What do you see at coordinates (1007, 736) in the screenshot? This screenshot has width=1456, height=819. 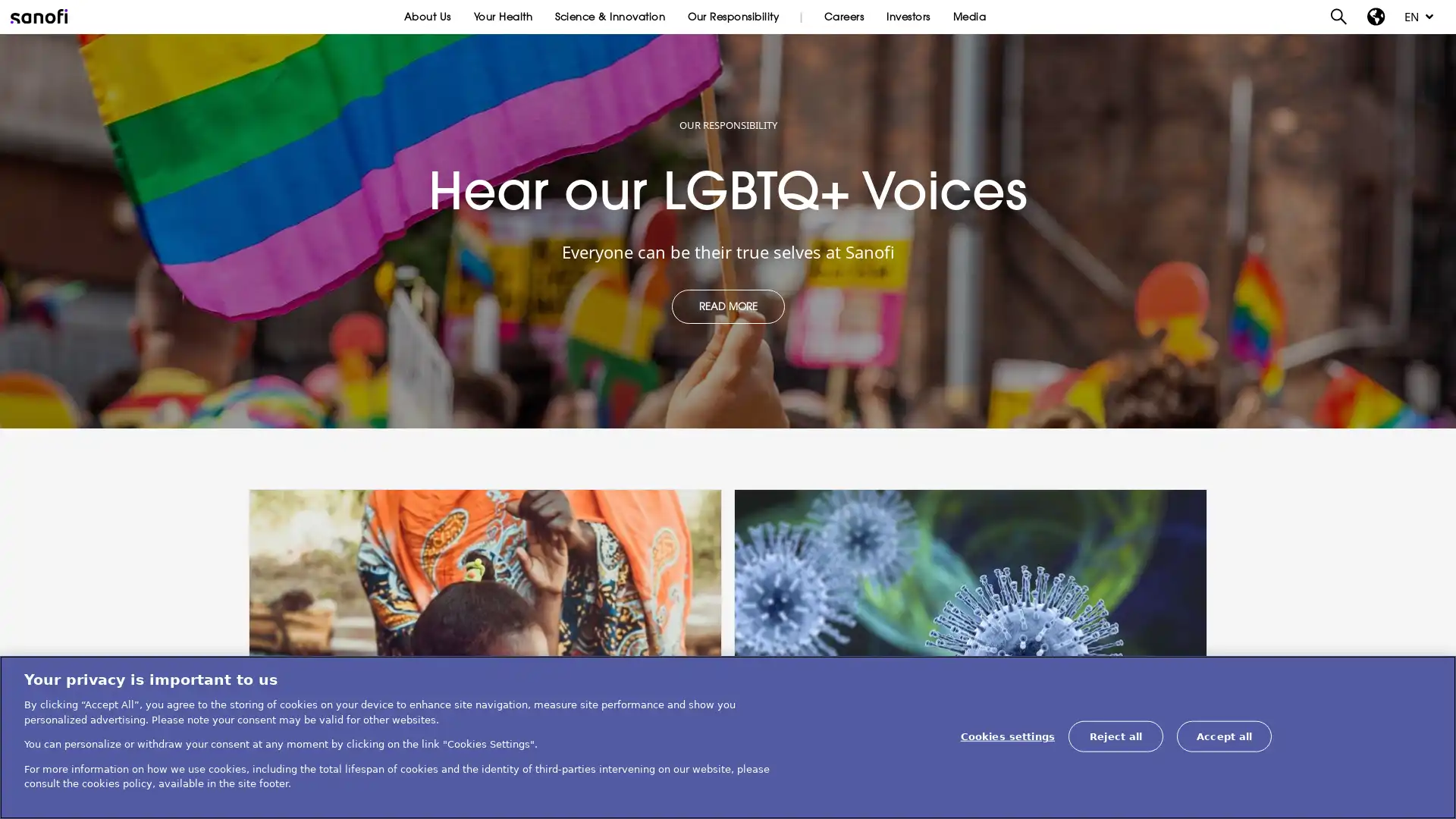 I see `Cookies settings` at bounding box center [1007, 736].